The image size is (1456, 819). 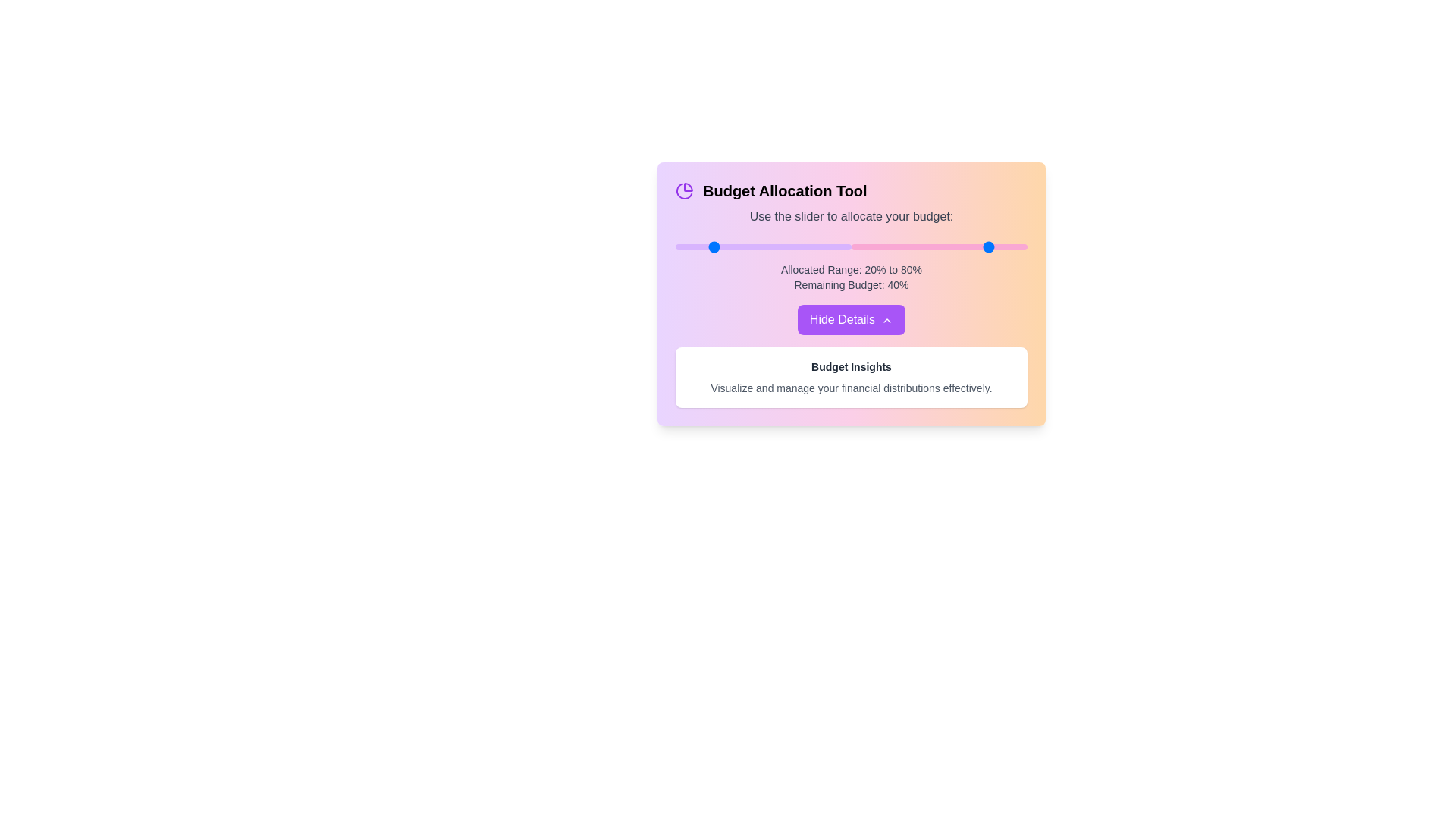 What do you see at coordinates (722, 246) in the screenshot?
I see `the first slider to set the starting percentage to 27` at bounding box center [722, 246].